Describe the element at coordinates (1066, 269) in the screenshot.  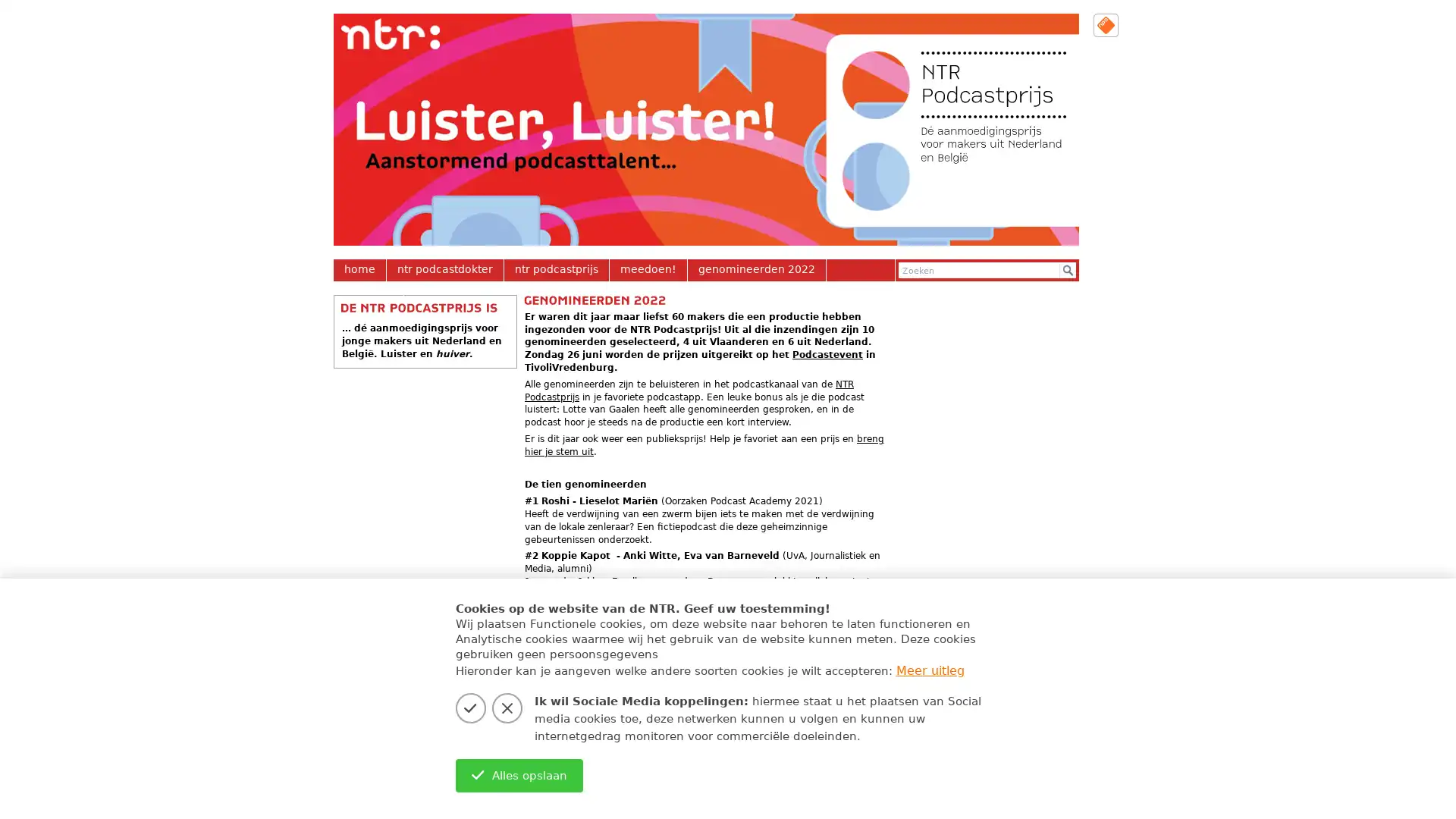
I see `Zoek` at that location.